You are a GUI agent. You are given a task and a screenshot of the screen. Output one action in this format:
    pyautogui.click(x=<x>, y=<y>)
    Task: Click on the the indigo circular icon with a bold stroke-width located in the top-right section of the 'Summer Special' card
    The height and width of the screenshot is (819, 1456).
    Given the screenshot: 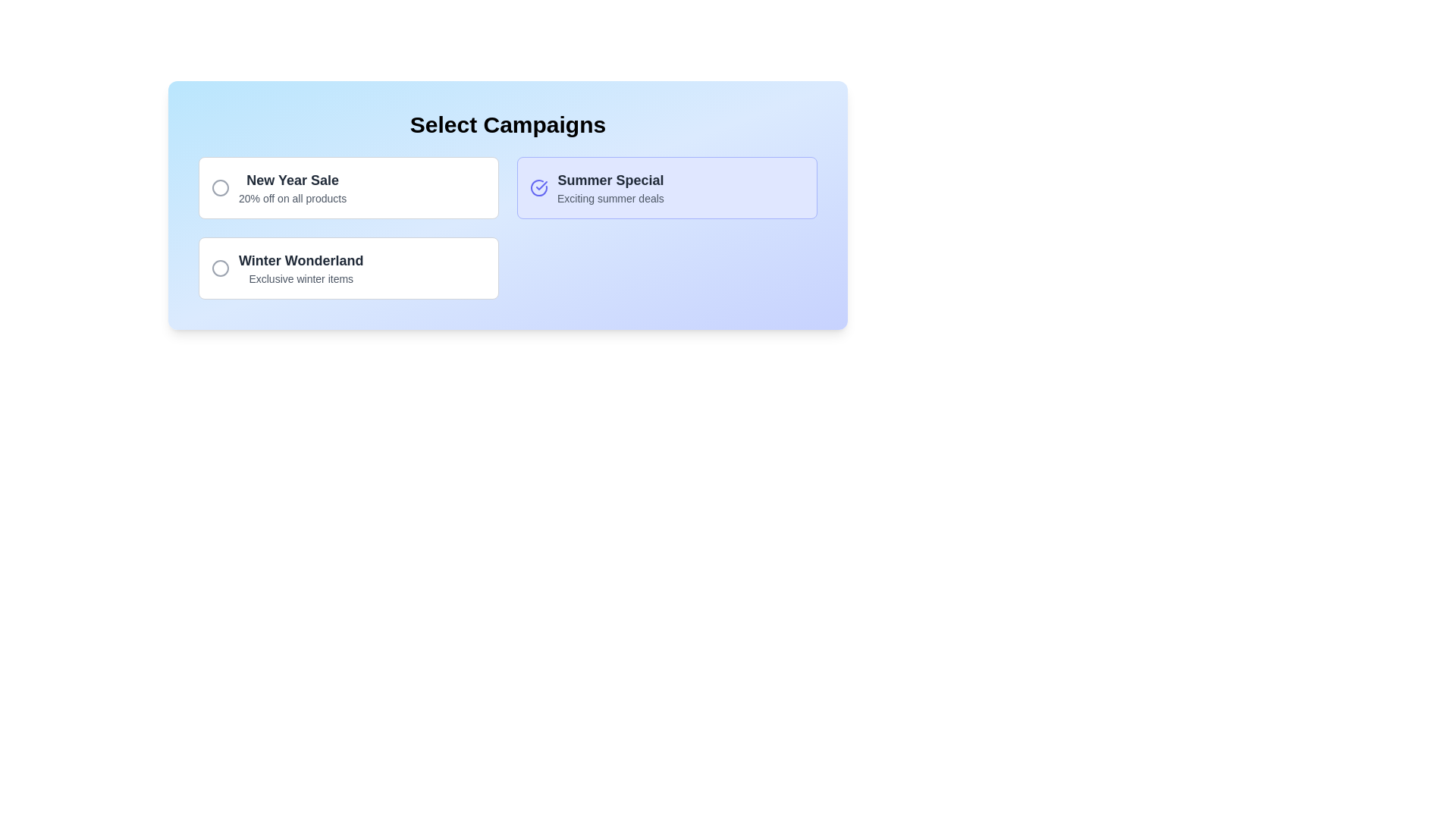 What is the action you would take?
    pyautogui.click(x=538, y=187)
    